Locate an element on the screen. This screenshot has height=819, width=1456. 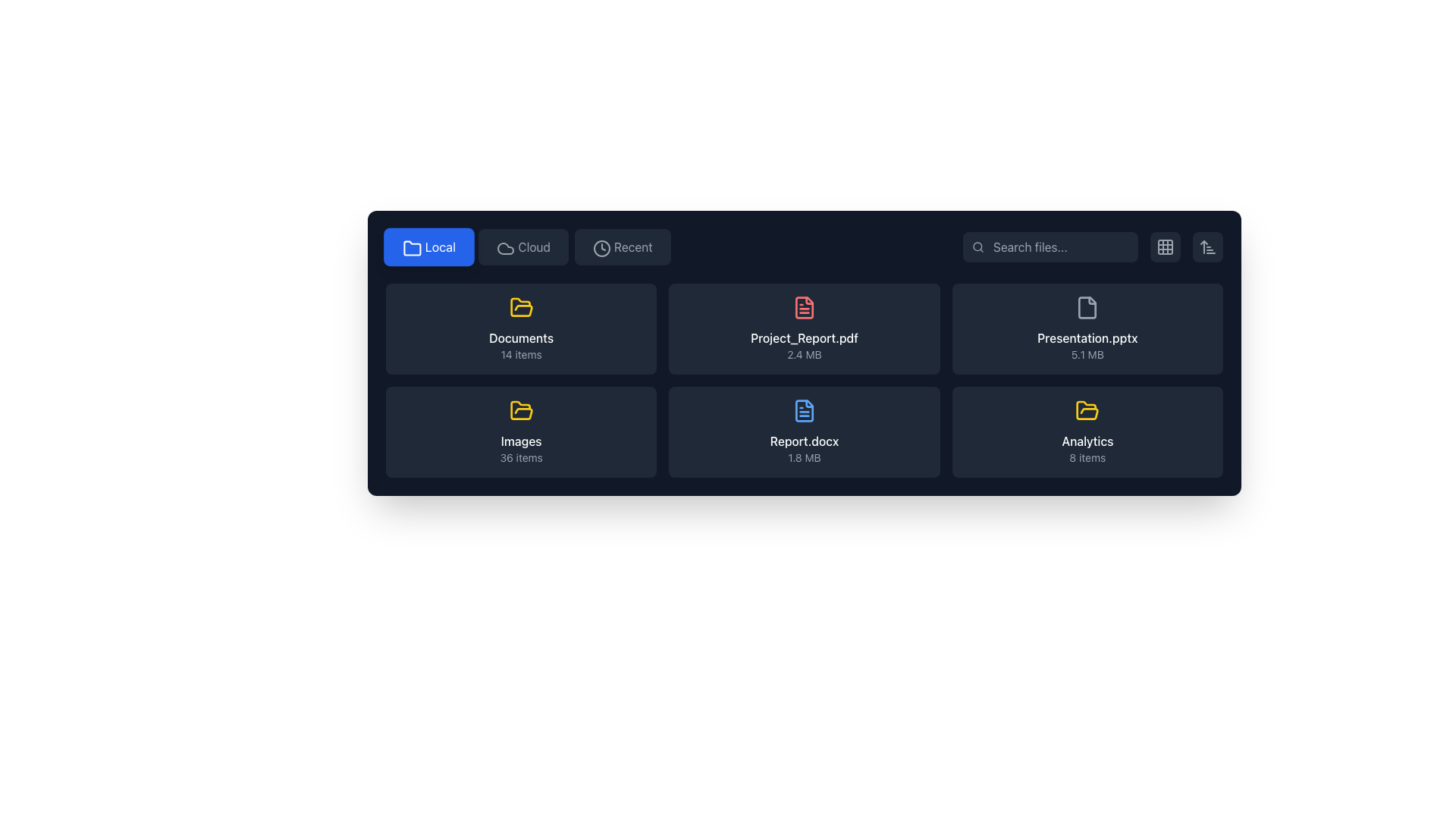
the text label 'Project_Report.pdf' for accessibility by moving the cursor to its center point is located at coordinates (803, 337).